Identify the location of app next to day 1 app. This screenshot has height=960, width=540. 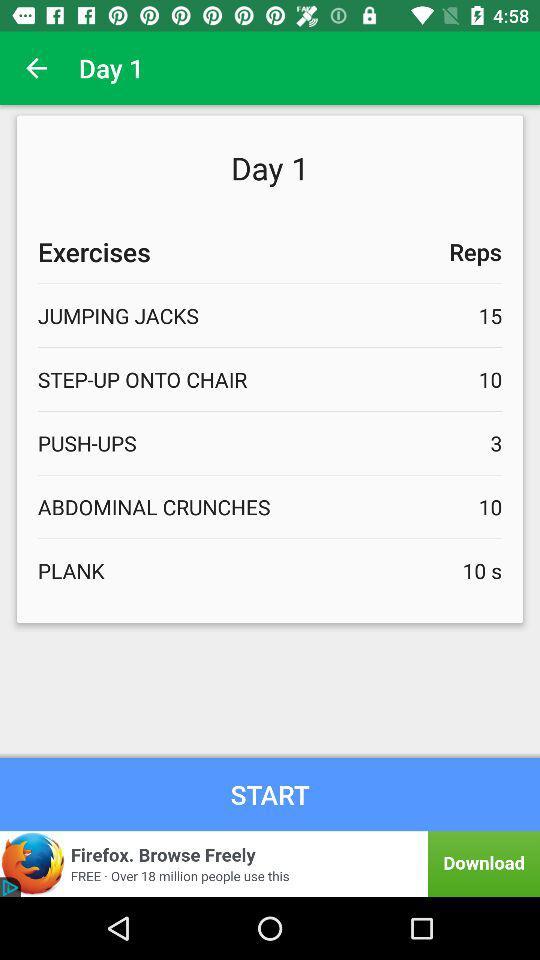
(36, 68).